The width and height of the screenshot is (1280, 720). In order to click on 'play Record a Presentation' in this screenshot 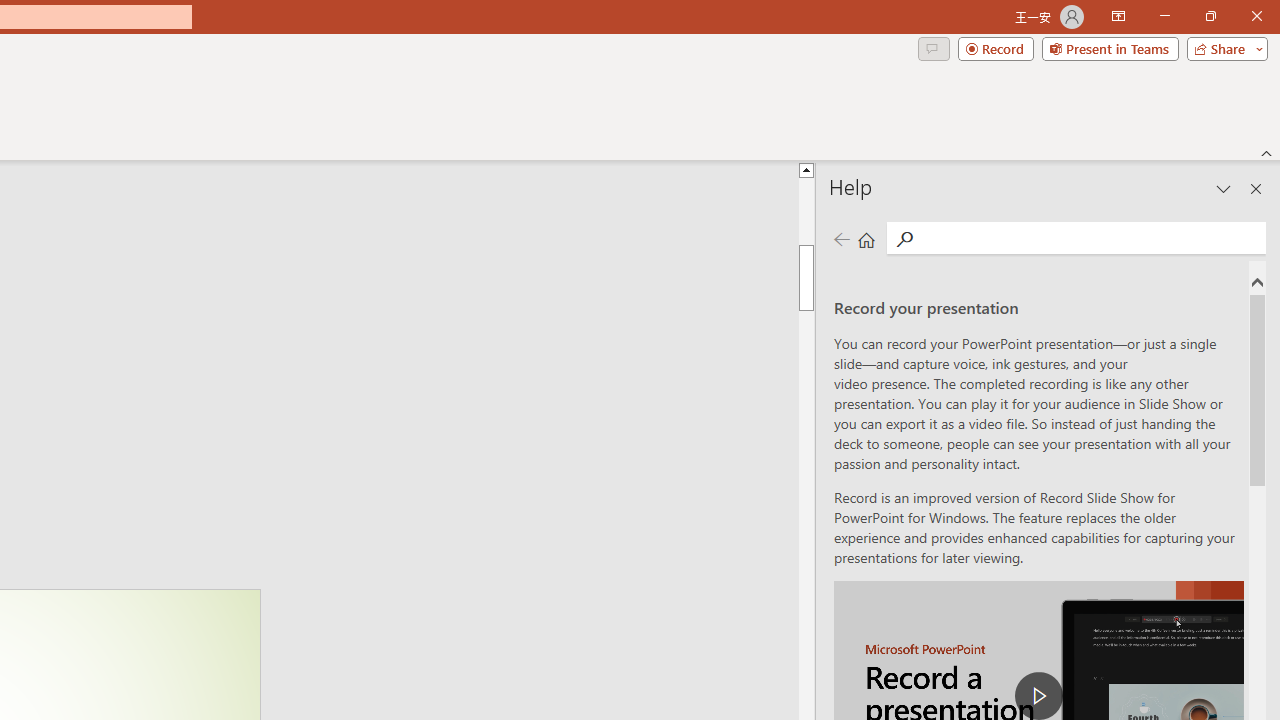, I will do `click(1038, 694)`.